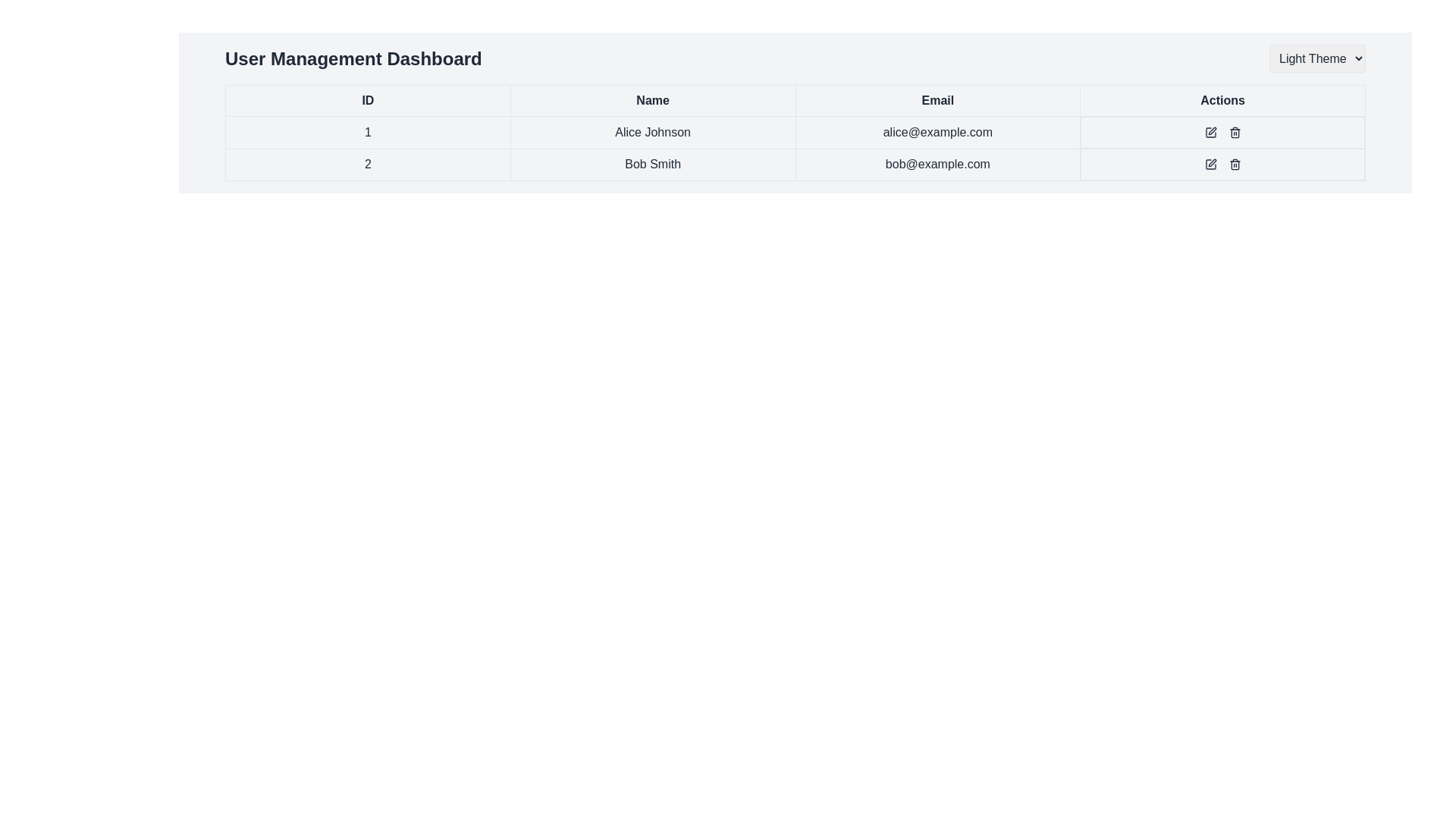 This screenshot has width=1456, height=819. I want to click on text from the Table Header Cell that serves as the header label for the column containing email addresses, positioned between the 'Name' and 'Actions' cells, so click(937, 100).